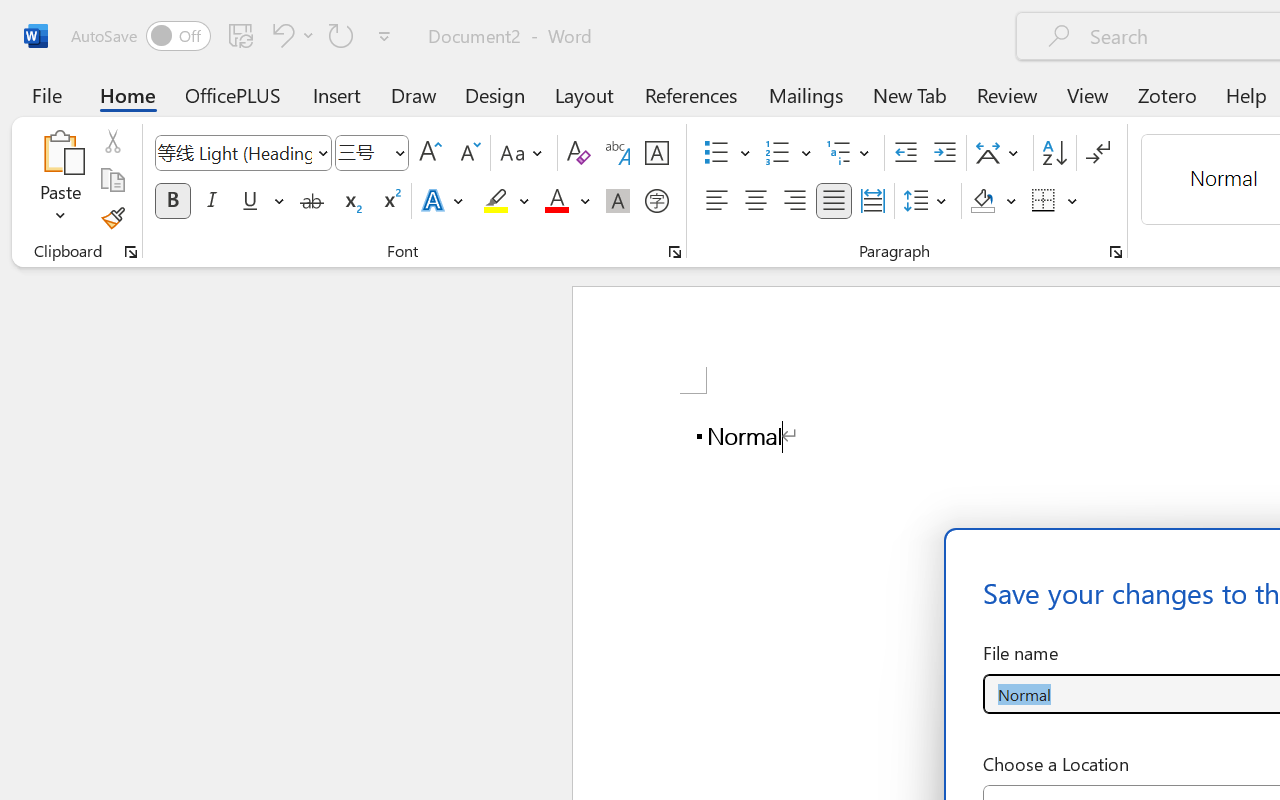 The width and height of the screenshot is (1280, 800). Describe the element at coordinates (566, 201) in the screenshot. I see `'Font Color'` at that location.